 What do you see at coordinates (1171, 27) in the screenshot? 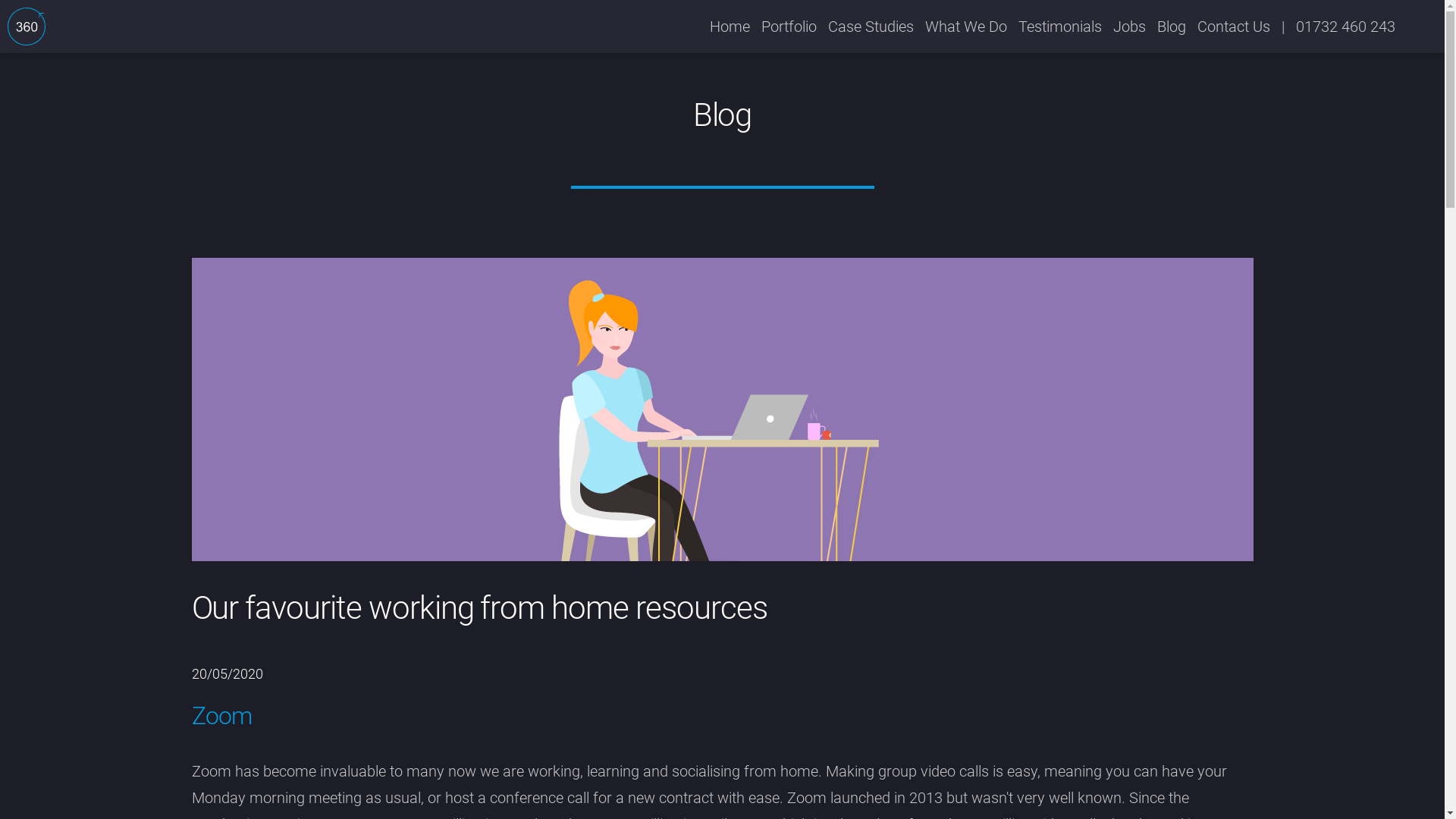
I see `'Blog'` at bounding box center [1171, 27].